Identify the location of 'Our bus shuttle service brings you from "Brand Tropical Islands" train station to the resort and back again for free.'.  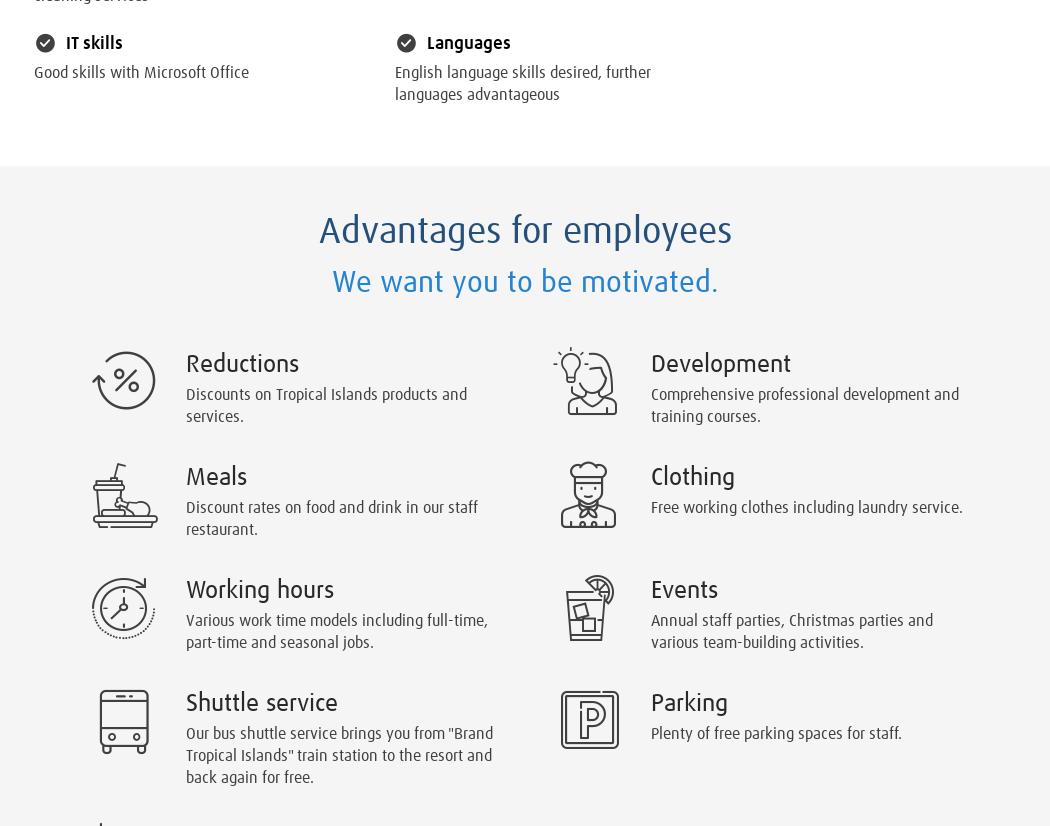
(338, 755).